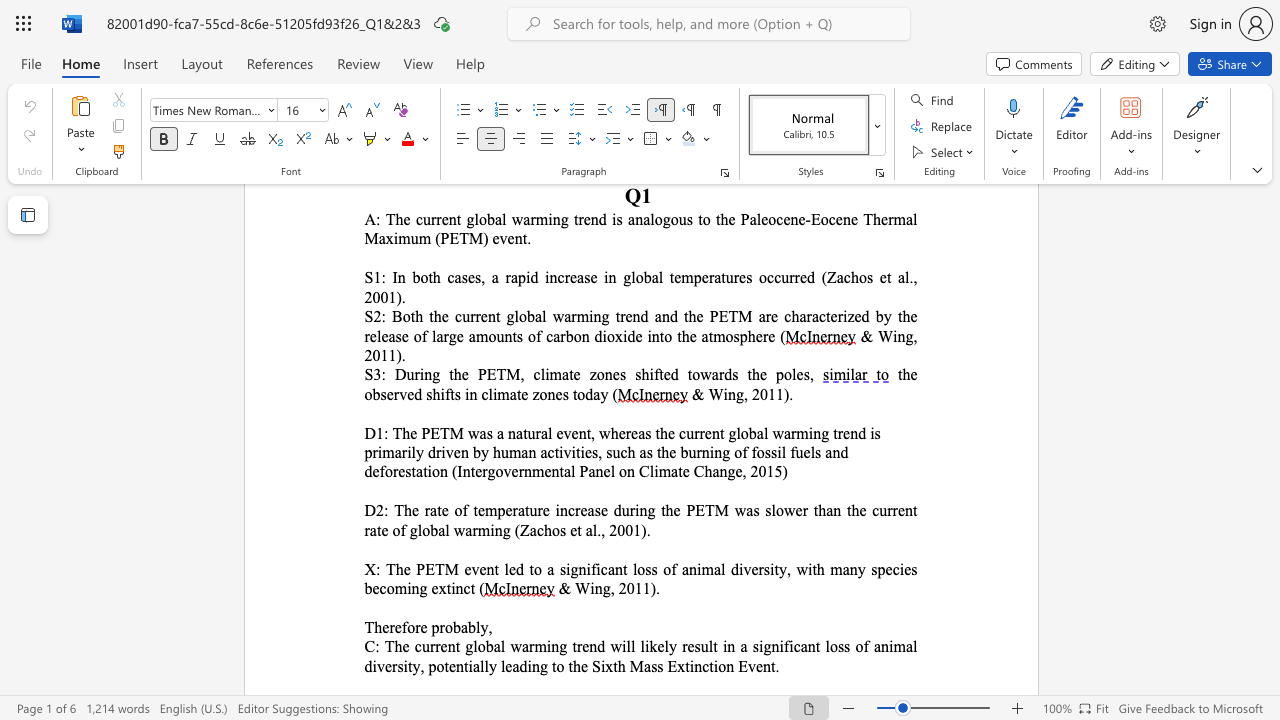  What do you see at coordinates (650, 587) in the screenshot?
I see `the subset text ")." within the text "& Wing, 2011)."` at bounding box center [650, 587].